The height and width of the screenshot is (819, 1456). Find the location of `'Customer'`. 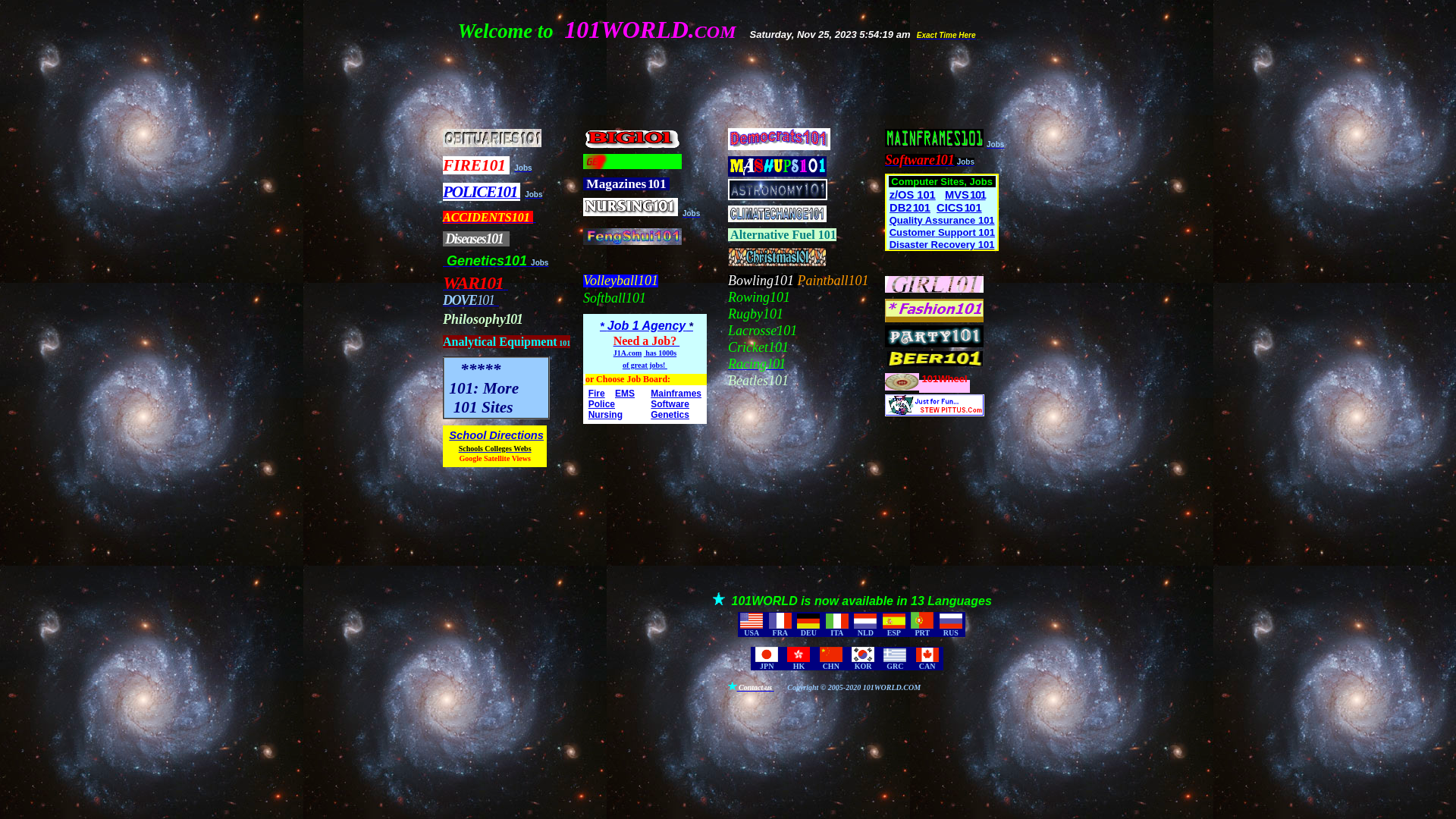

'Customer' is located at coordinates (912, 231).